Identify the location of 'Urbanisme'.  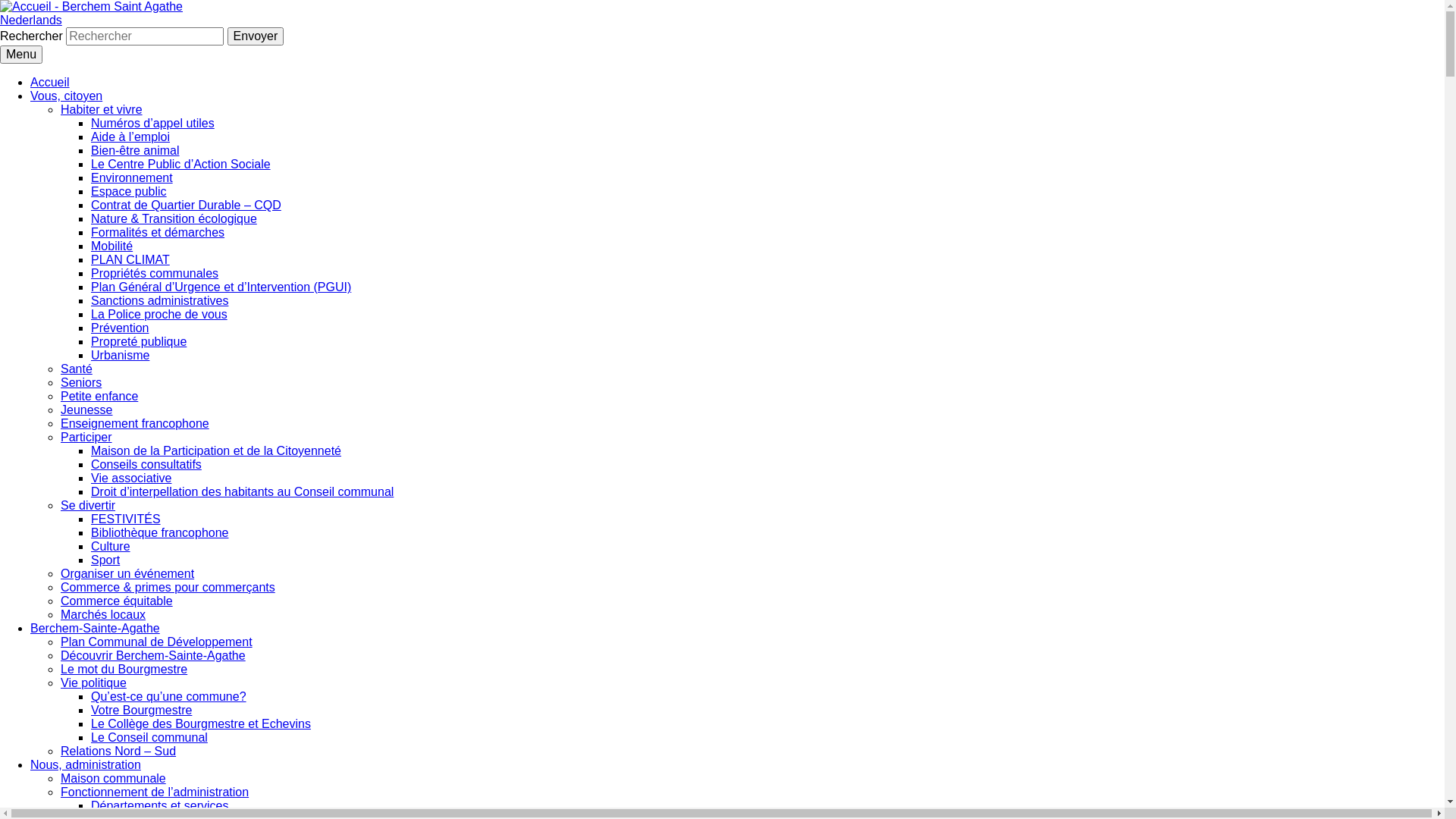
(119, 355).